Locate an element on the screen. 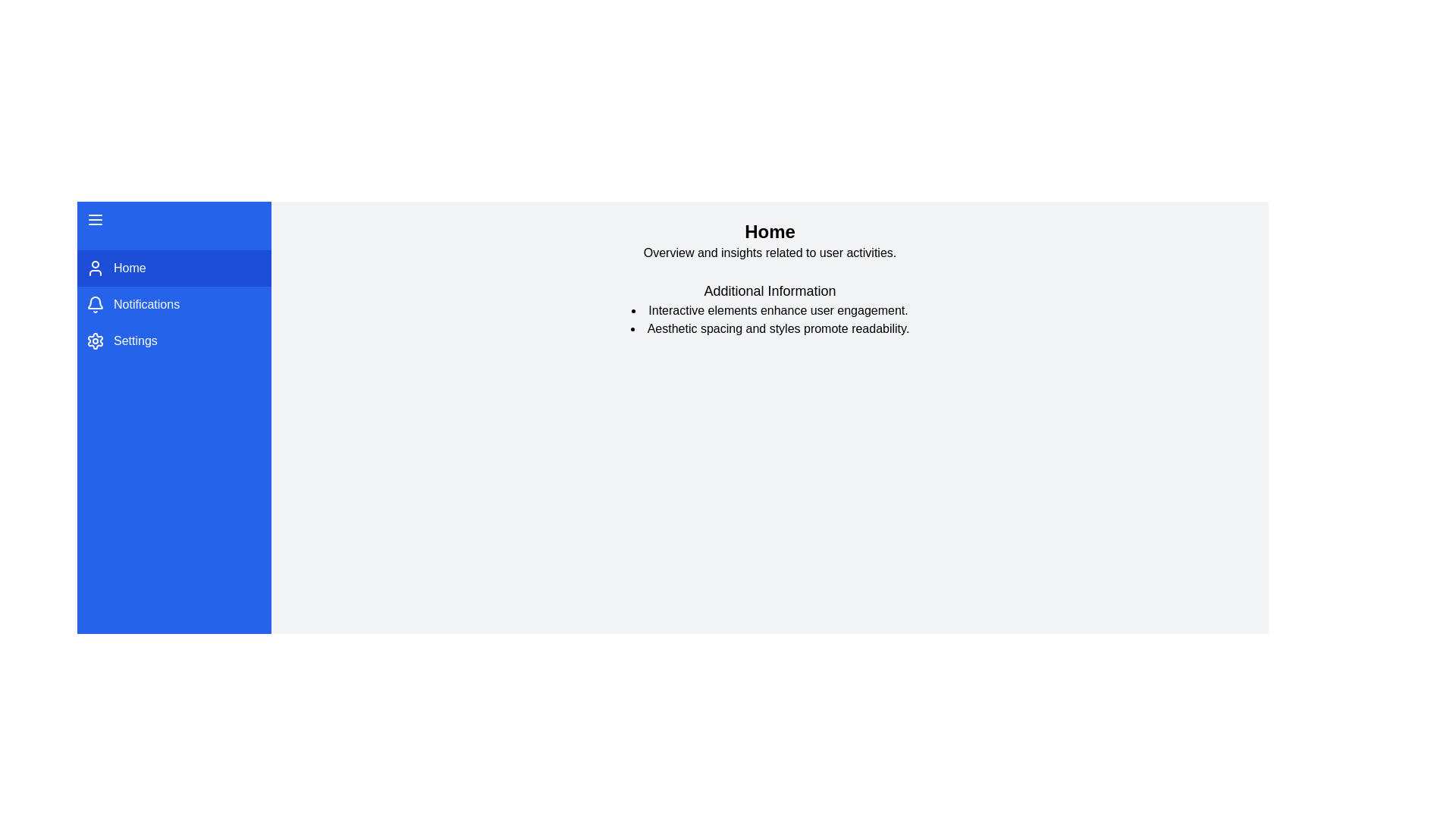 The height and width of the screenshot is (819, 1456). the Home section from the sidebar menu is located at coordinates (174, 268).